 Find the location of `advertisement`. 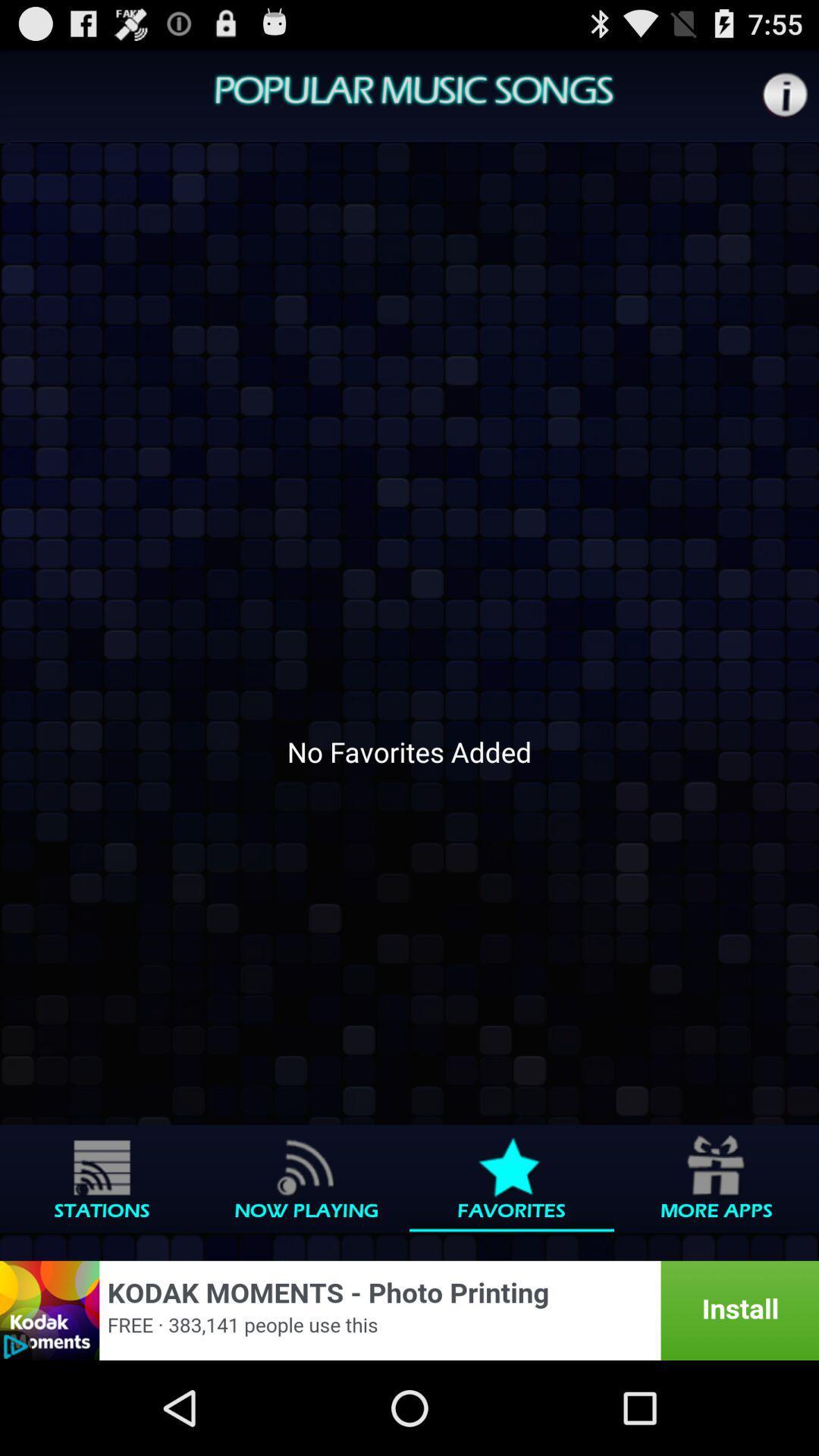

advertisement is located at coordinates (409, 1310).